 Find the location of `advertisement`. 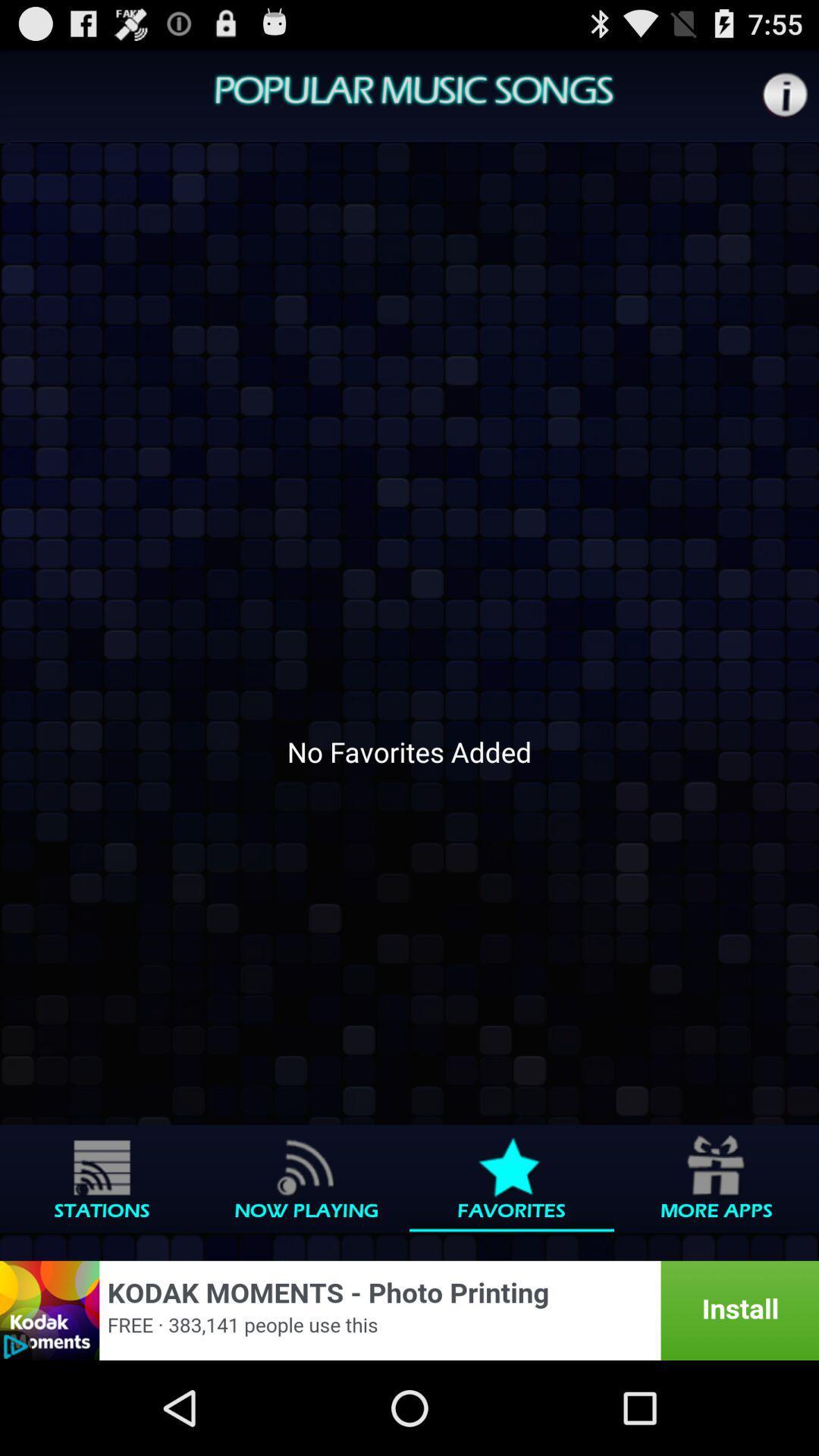

advertisement is located at coordinates (409, 1310).